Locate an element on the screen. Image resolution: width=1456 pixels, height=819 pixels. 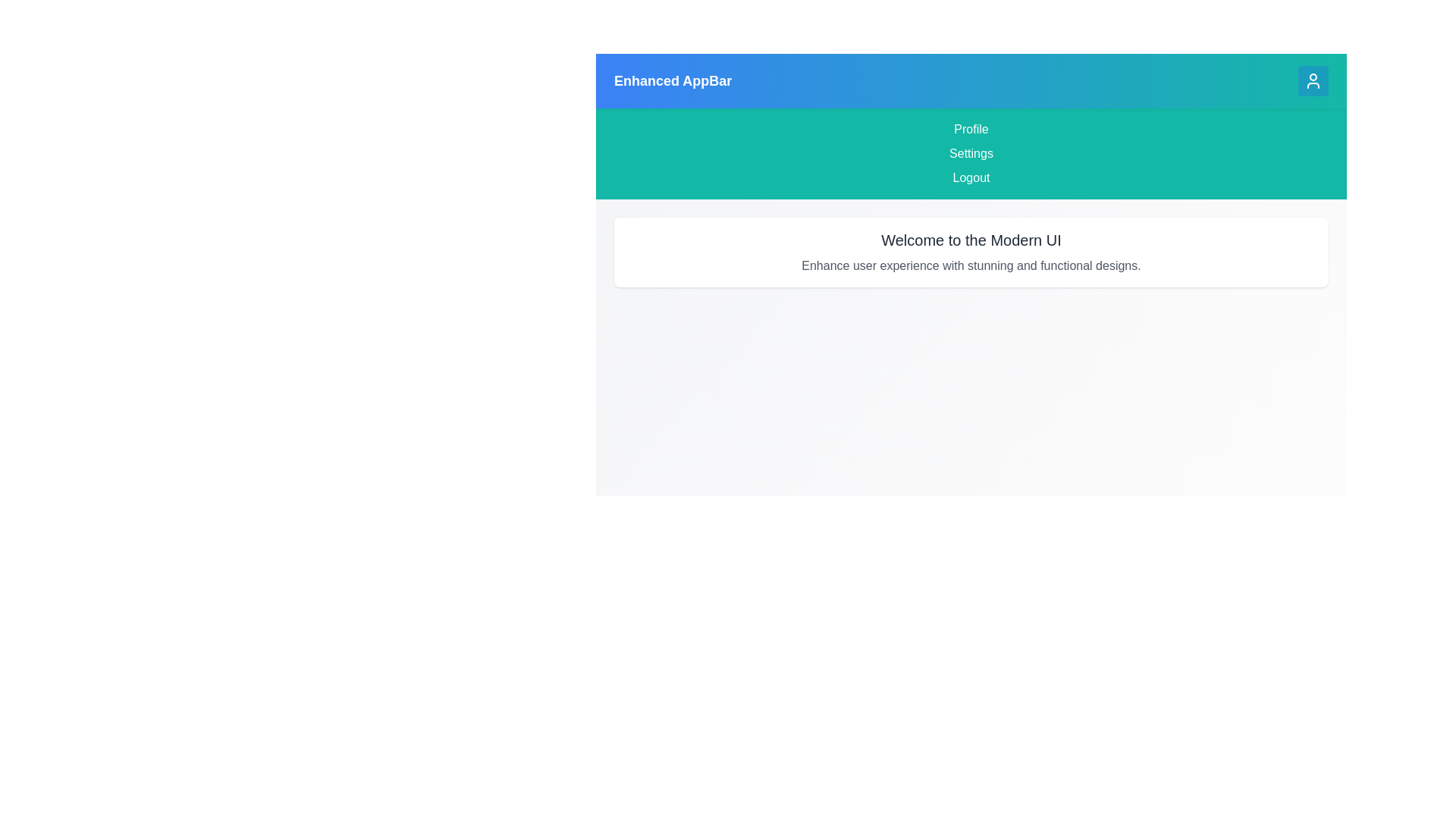
the menu item Logout from the menu is located at coordinates (971, 177).